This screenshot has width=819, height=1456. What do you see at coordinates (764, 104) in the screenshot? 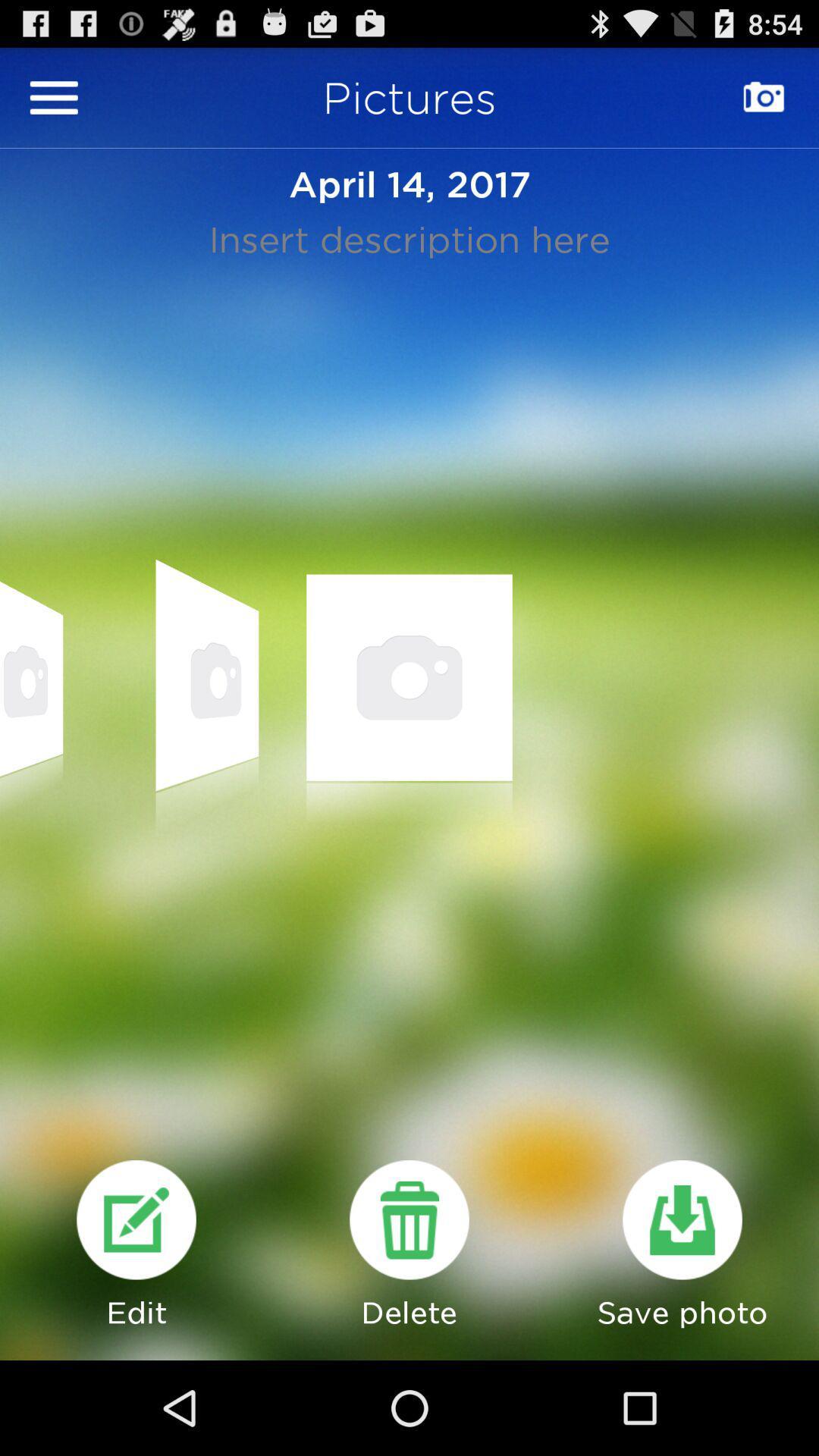
I see `the photo icon` at bounding box center [764, 104].